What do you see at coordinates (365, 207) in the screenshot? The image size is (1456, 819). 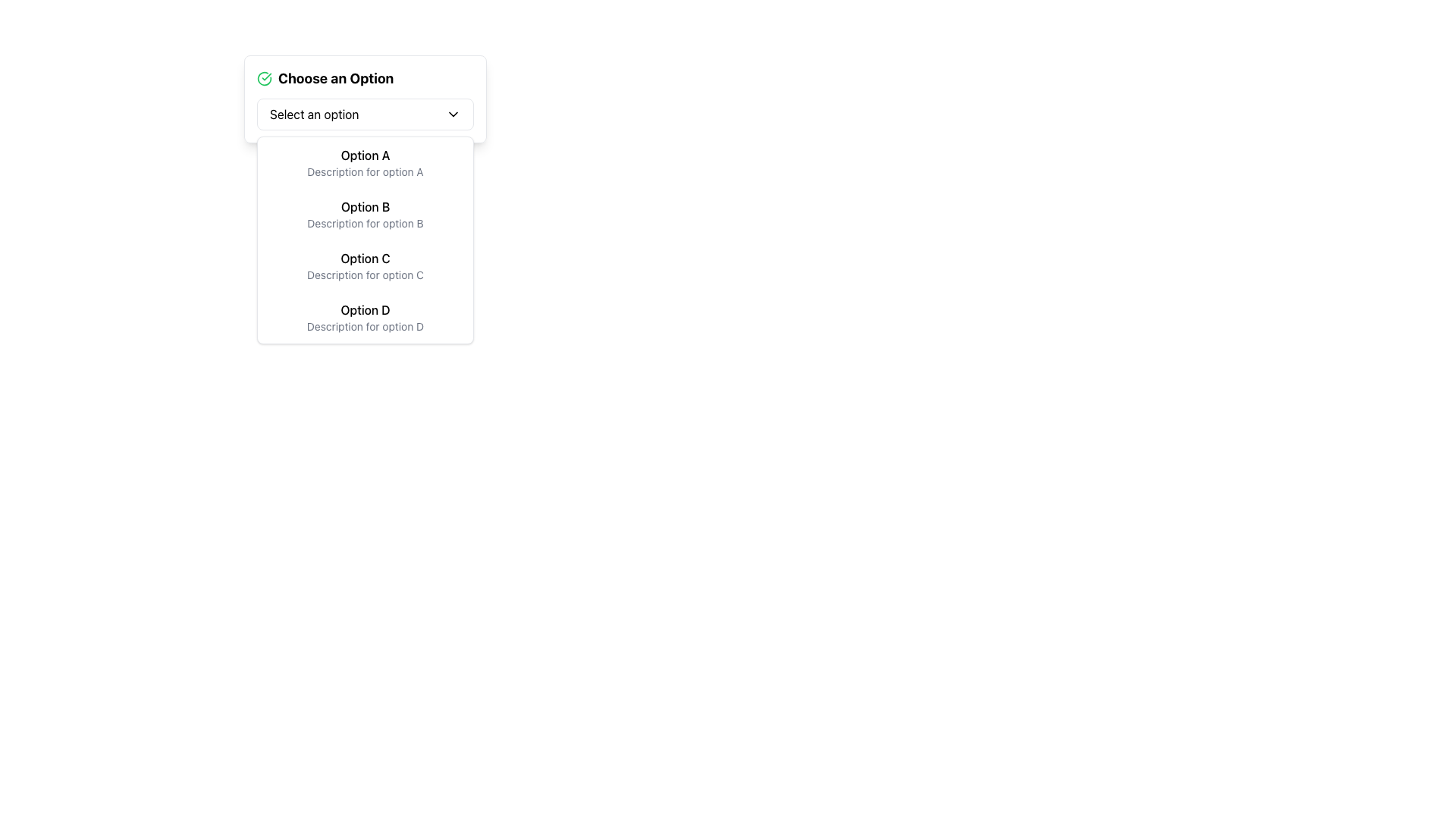 I see `the 'Option B' title text label in the dropdown menu` at bounding box center [365, 207].